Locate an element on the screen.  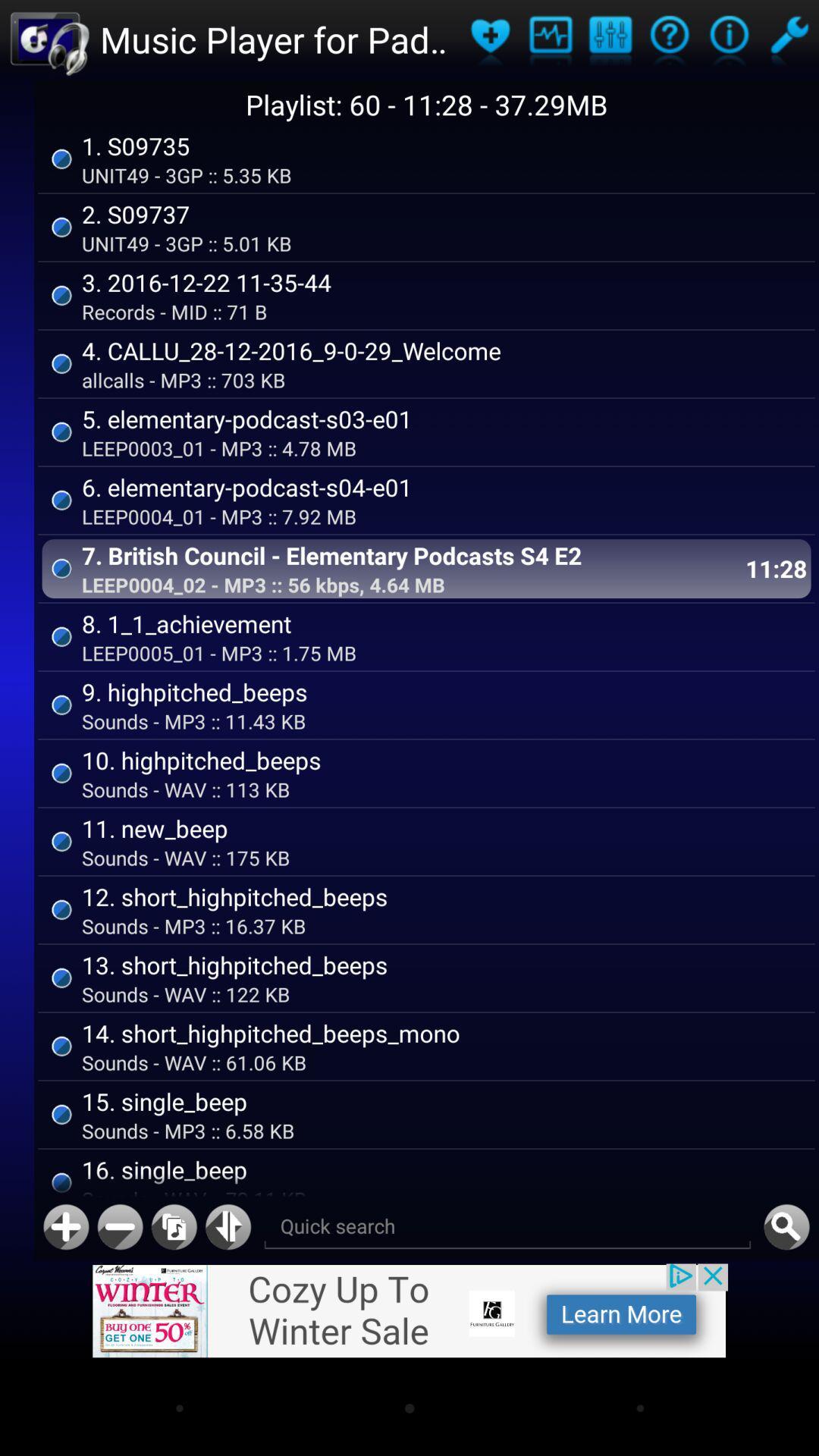
click details option is located at coordinates (669, 39).